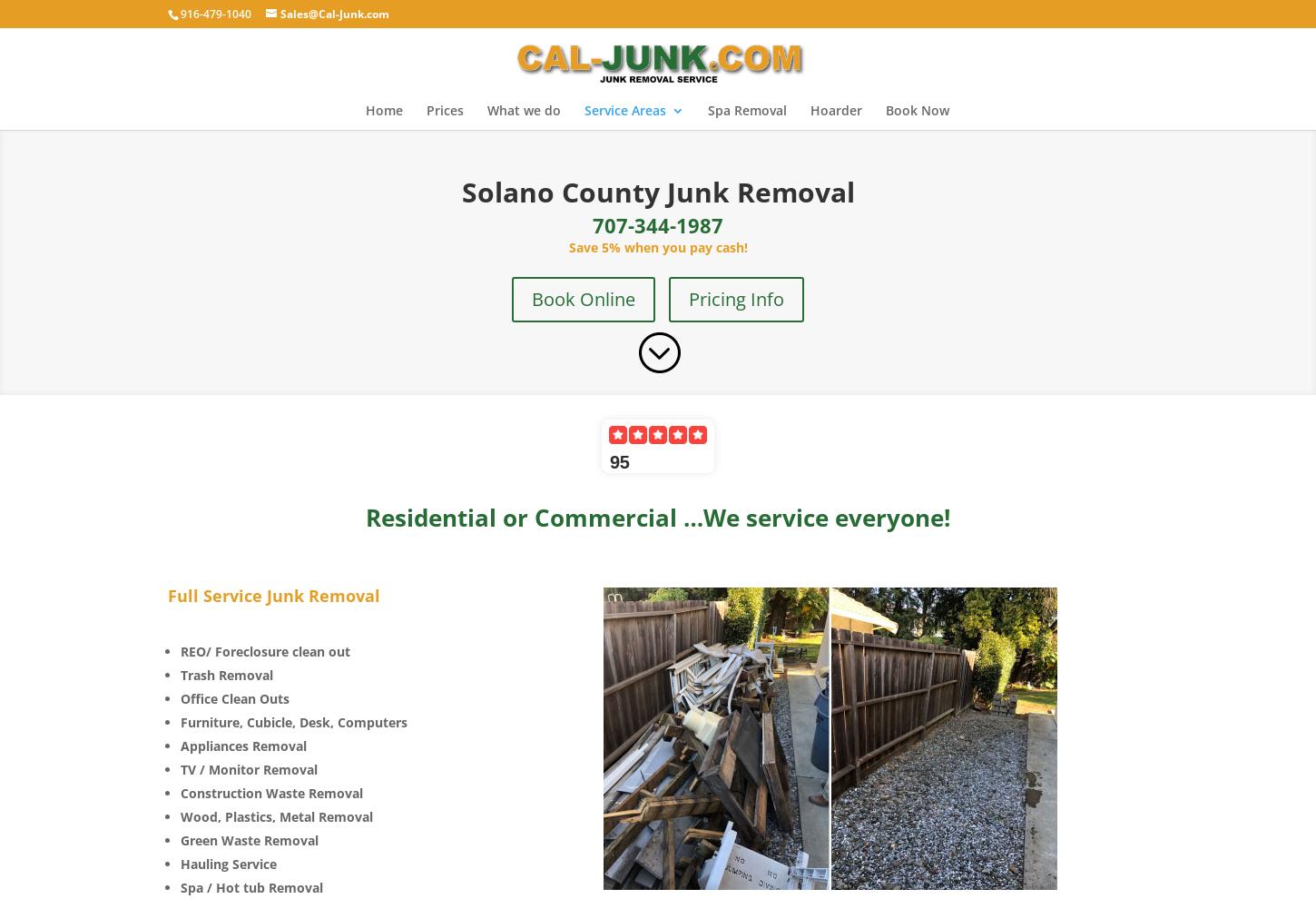  Describe the element at coordinates (249, 768) in the screenshot. I see `'TV / Monitor Removal'` at that location.